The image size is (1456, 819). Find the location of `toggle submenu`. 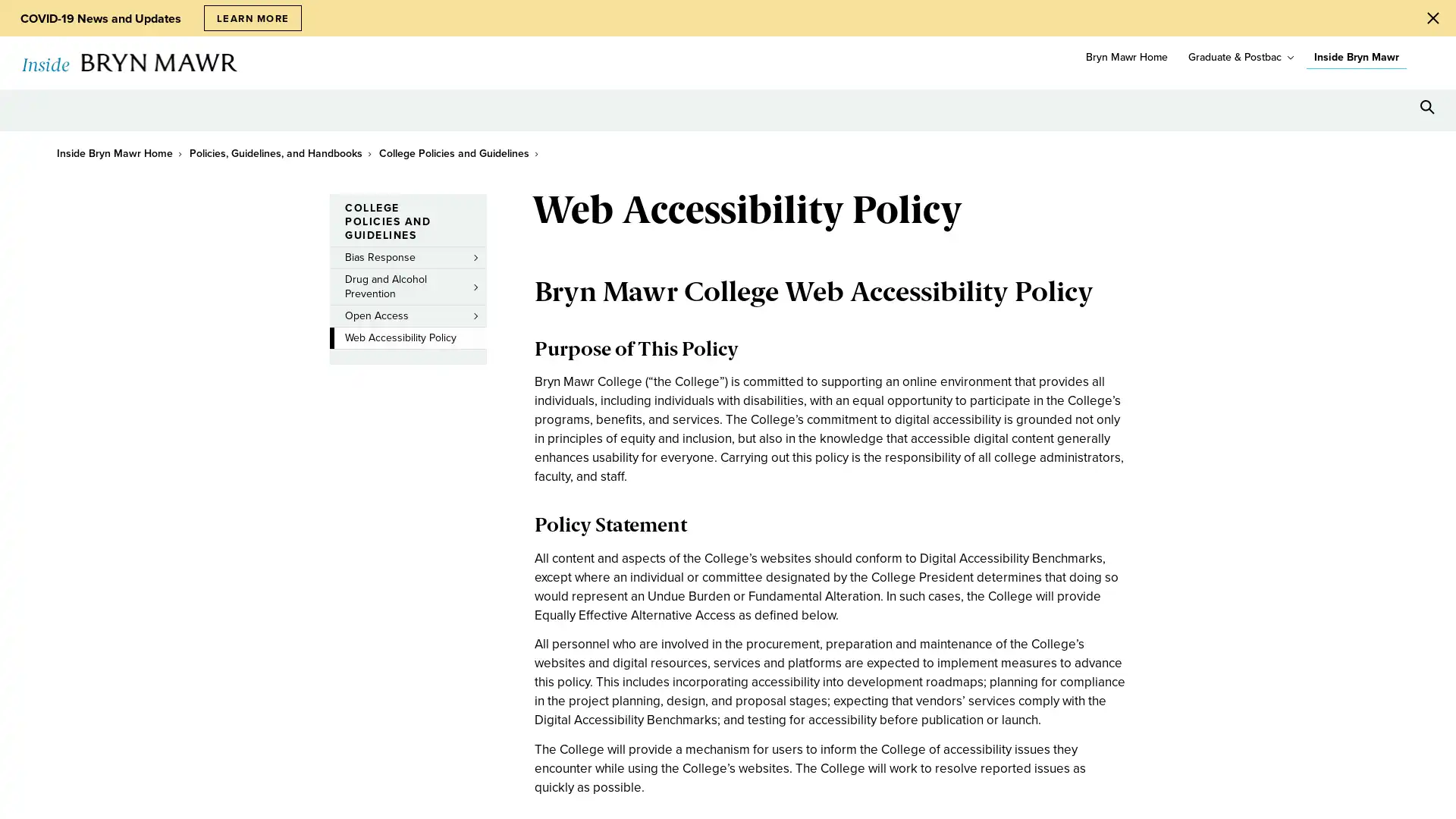

toggle submenu is located at coordinates (331, 99).